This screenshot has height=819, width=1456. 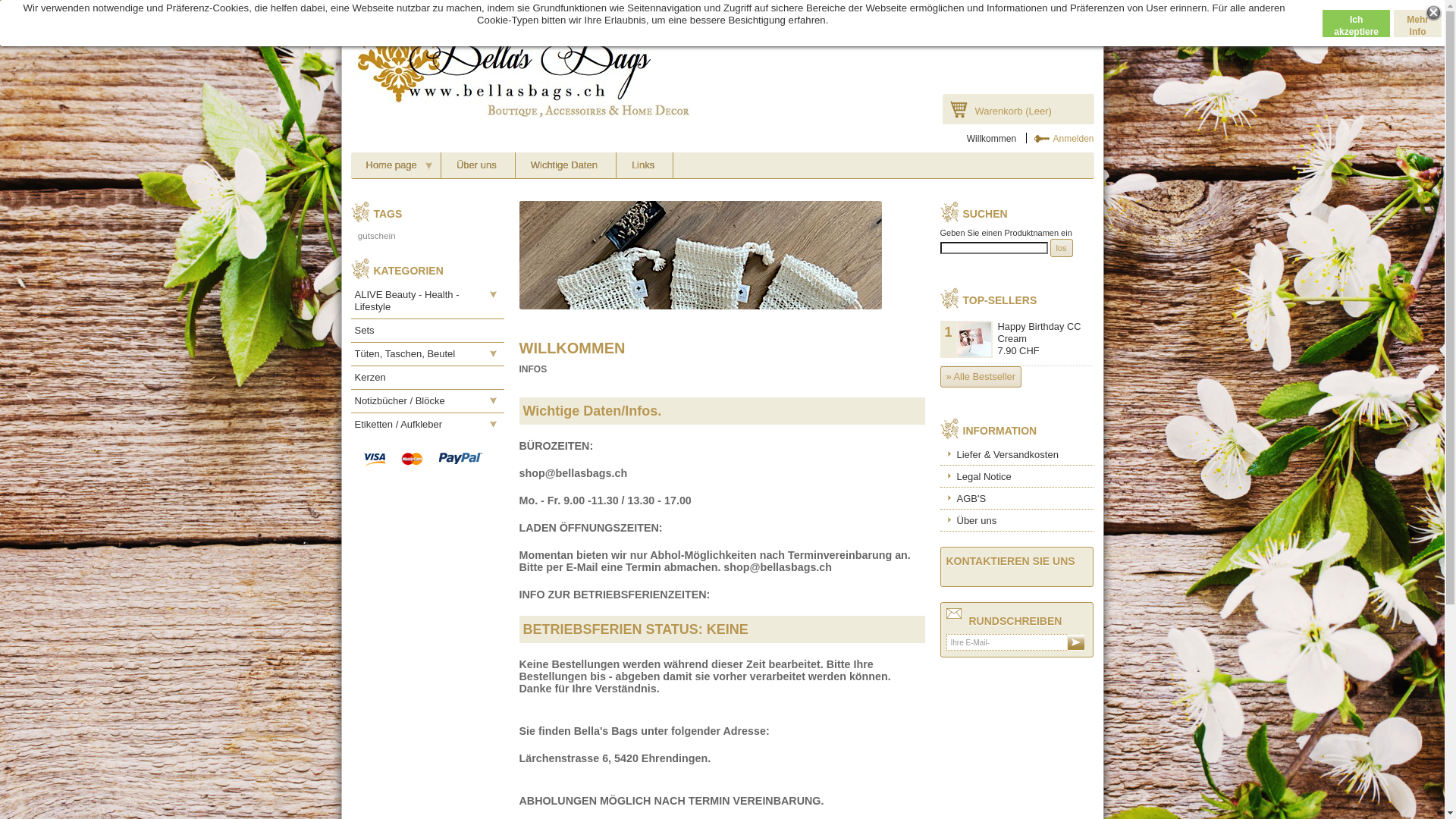 What do you see at coordinates (1061, 247) in the screenshot?
I see `'los'` at bounding box center [1061, 247].